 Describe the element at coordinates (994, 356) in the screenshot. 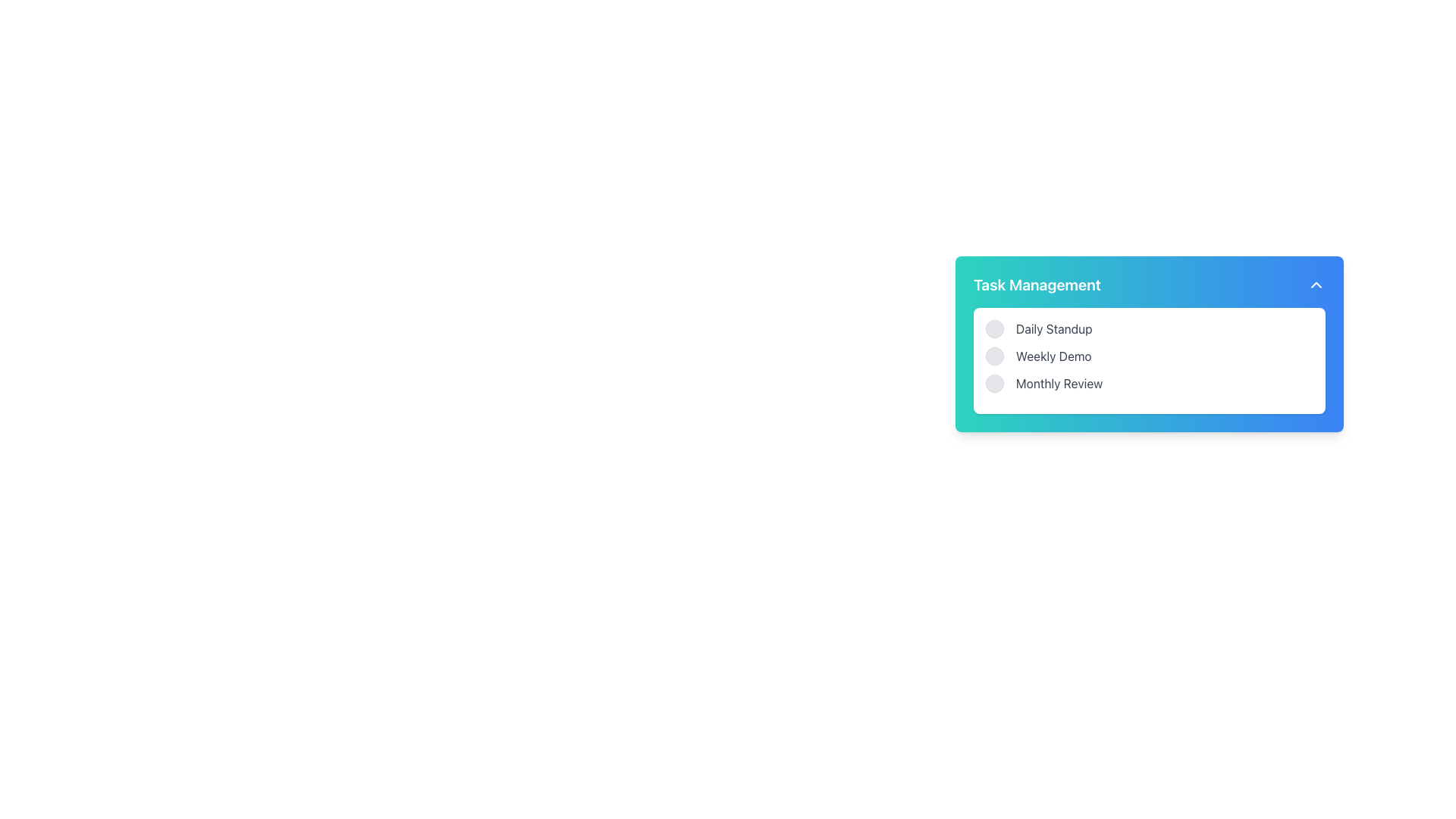

I see `the second circular Checkbox button next to the text 'Weekly Demo' in the 'Task Management' card` at that location.